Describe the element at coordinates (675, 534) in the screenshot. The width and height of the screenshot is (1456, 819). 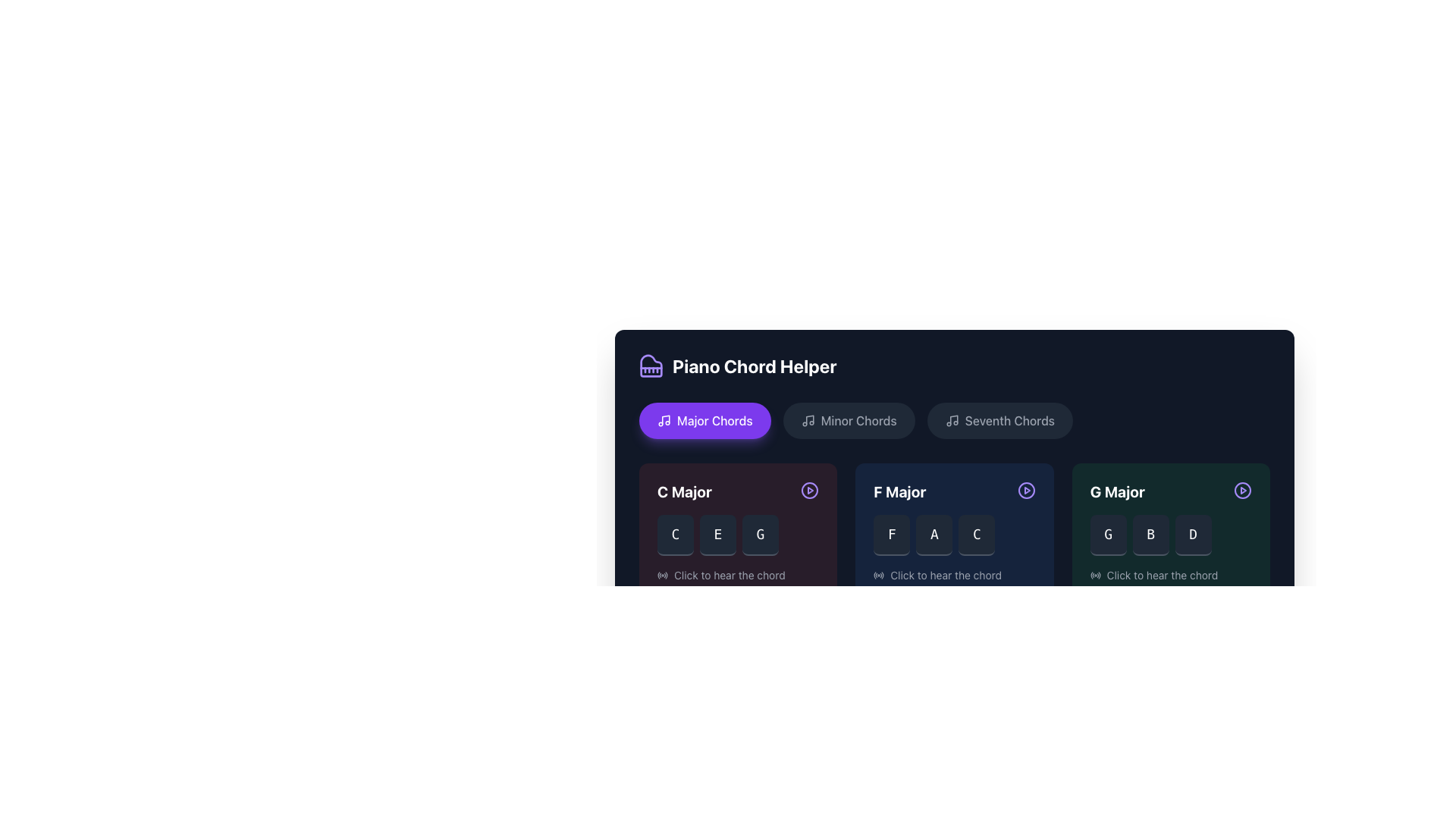
I see `the button representing the musical note 'C' in the 'C Major' chord section, the first button in a series of three labeled 'C', 'E', and 'G'` at that location.